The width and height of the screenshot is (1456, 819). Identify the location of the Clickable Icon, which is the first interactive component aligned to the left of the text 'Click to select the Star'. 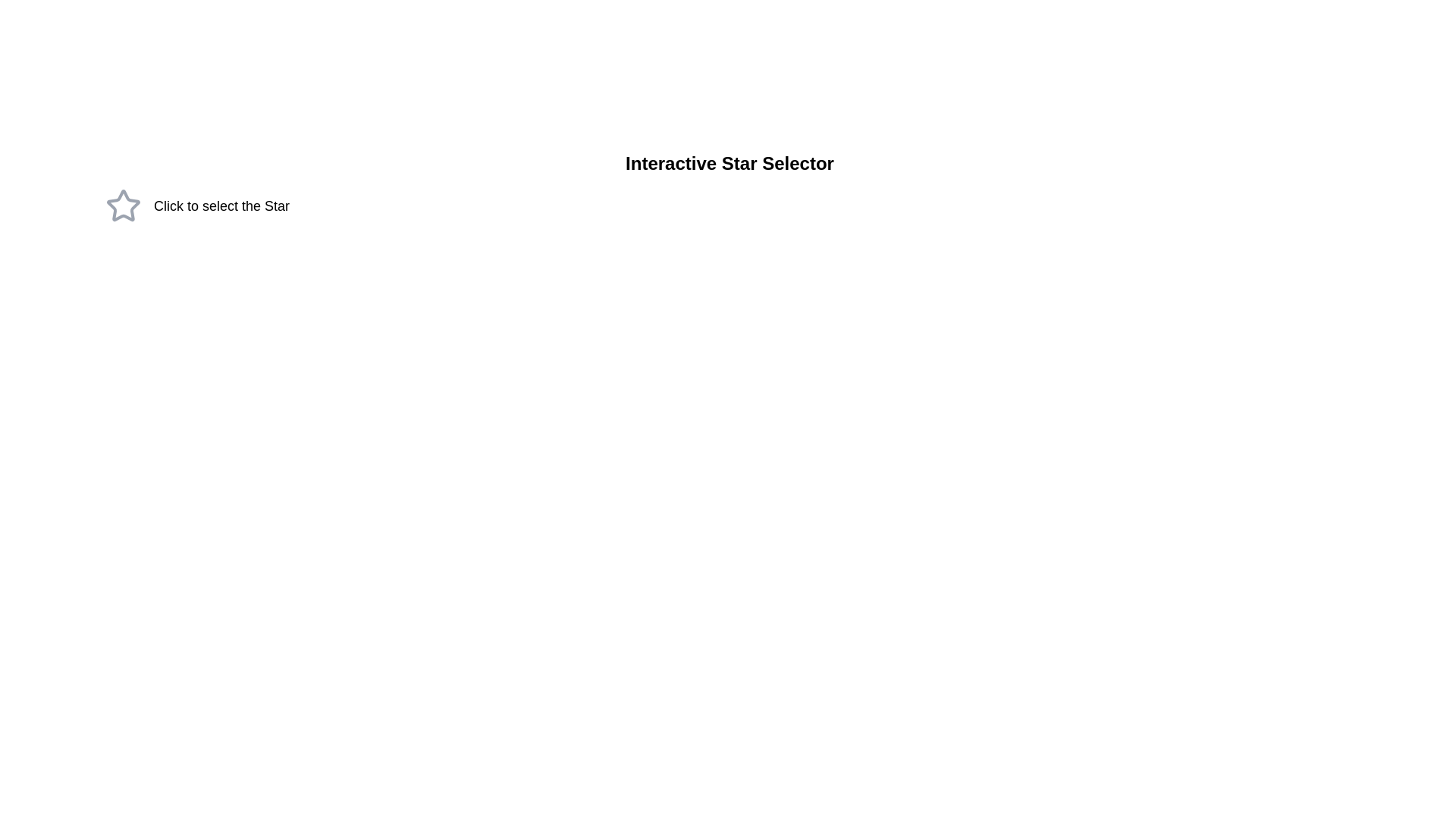
(124, 206).